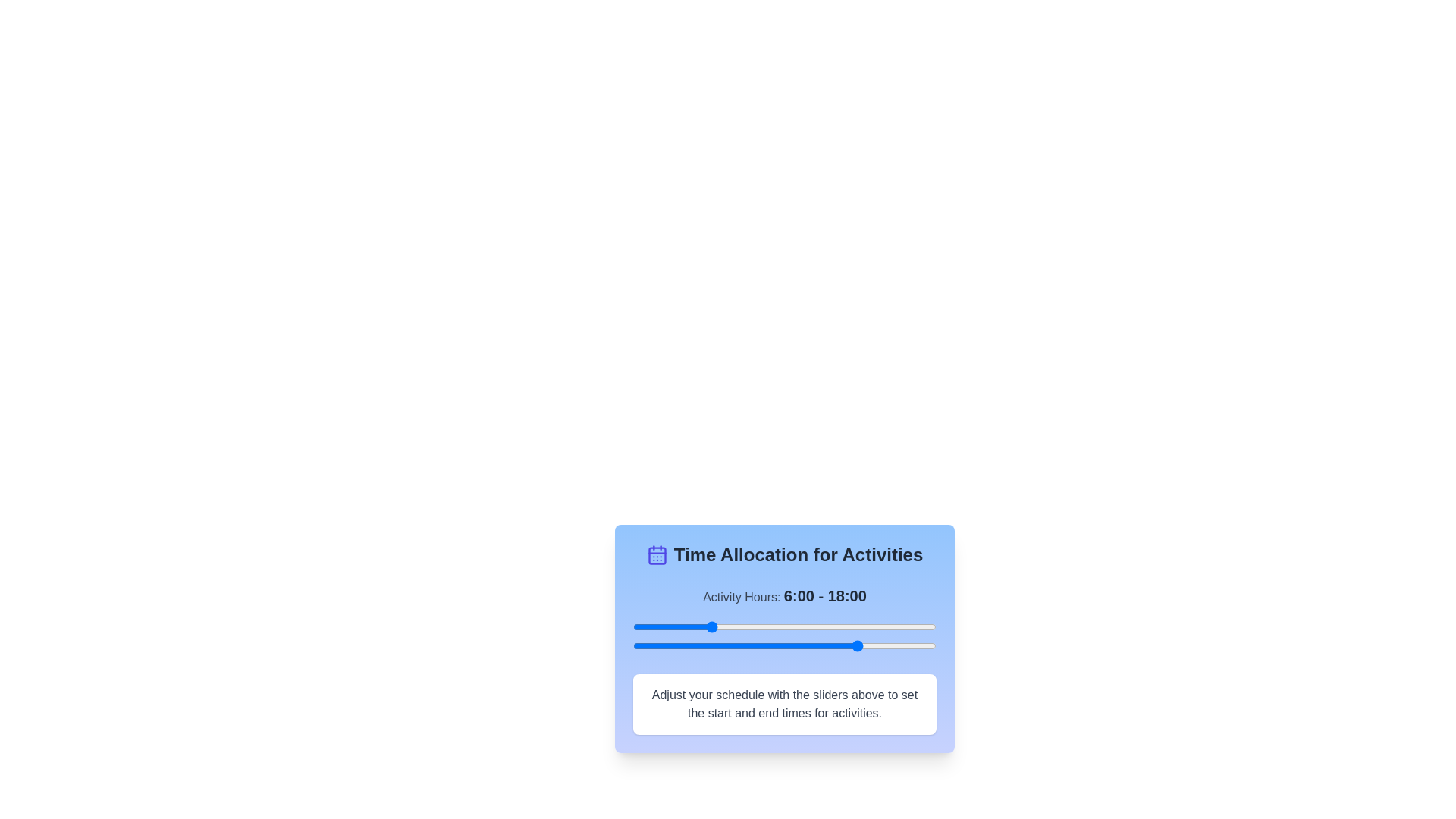 The width and height of the screenshot is (1456, 819). Describe the element at coordinates (720, 646) in the screenshot. I see `the end time slider to 7 hours` at that location.